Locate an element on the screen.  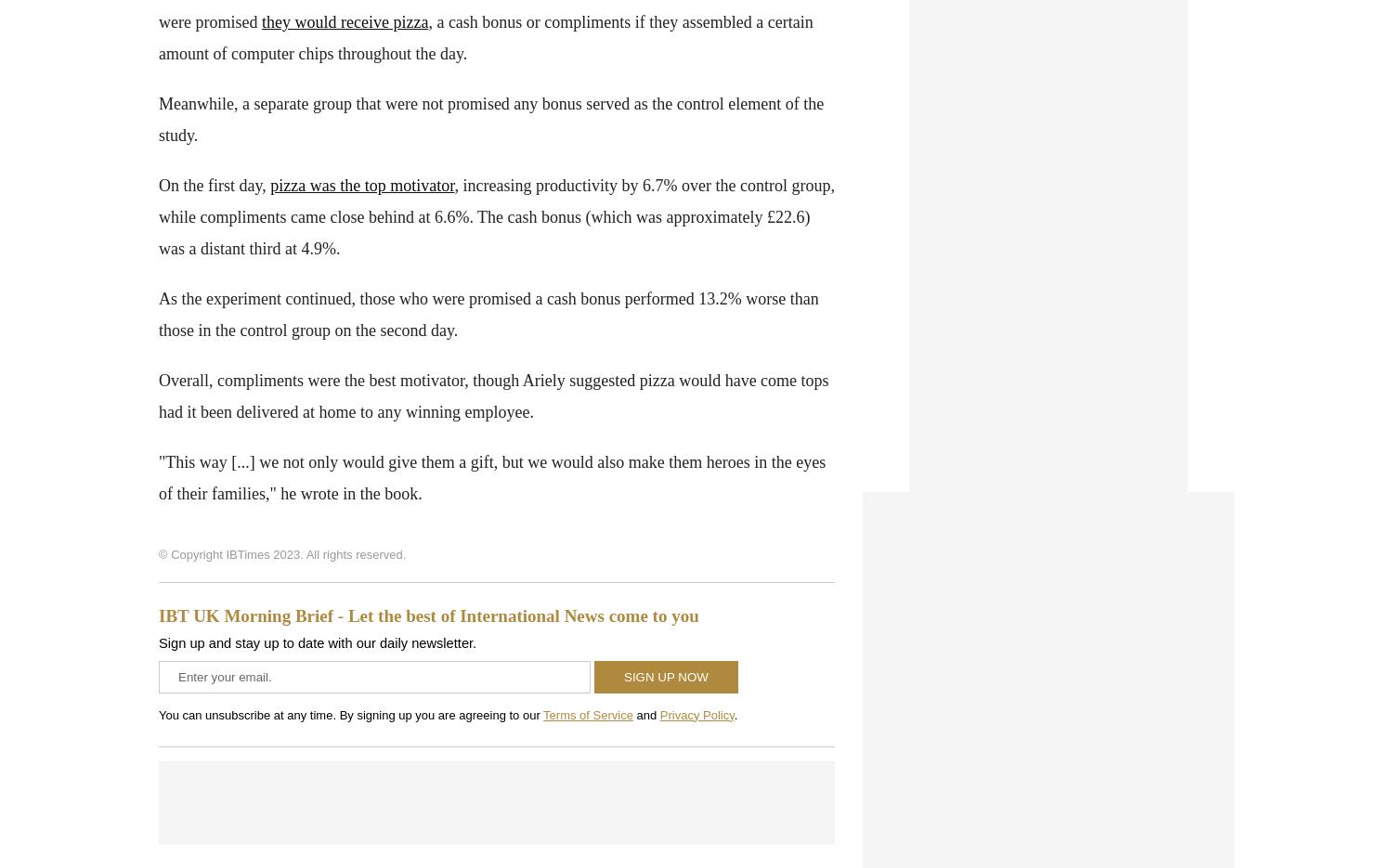
'As the experiment continued, those who were promised a cash bonus performed 13.2% worse than those in the control group on the second day.' is located at coordinates (488, 314).